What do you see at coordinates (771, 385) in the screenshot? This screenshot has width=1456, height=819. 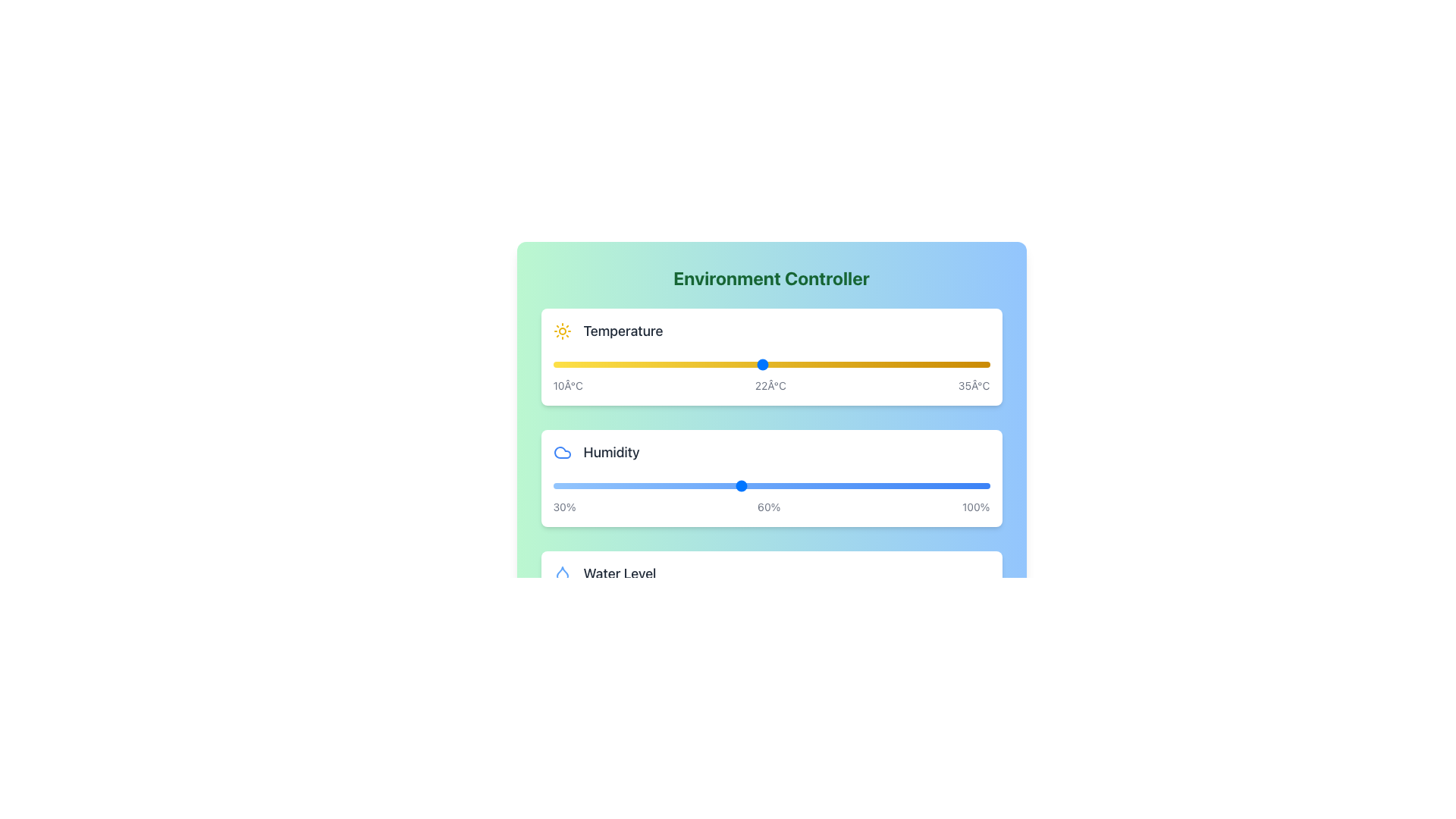 I see `the row of temperature labels ('10°C', '22°C', '35°C') located beneath the temperature slider` at bounding box center [771, 385].